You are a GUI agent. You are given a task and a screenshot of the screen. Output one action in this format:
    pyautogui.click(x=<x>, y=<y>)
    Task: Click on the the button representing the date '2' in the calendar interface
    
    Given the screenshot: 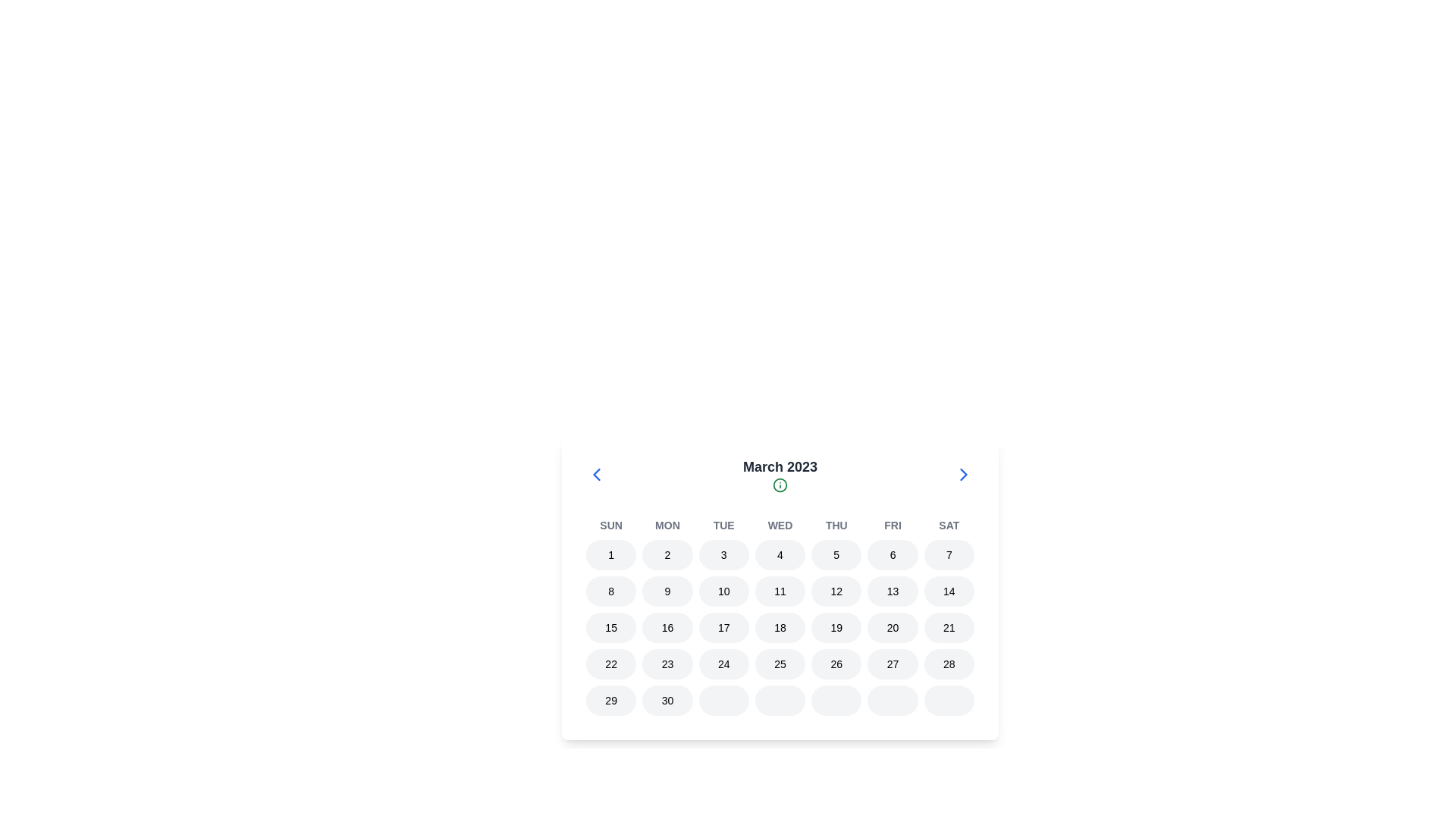 What is the action you would take?
    pyautogui.click(x=667, y=555)
    